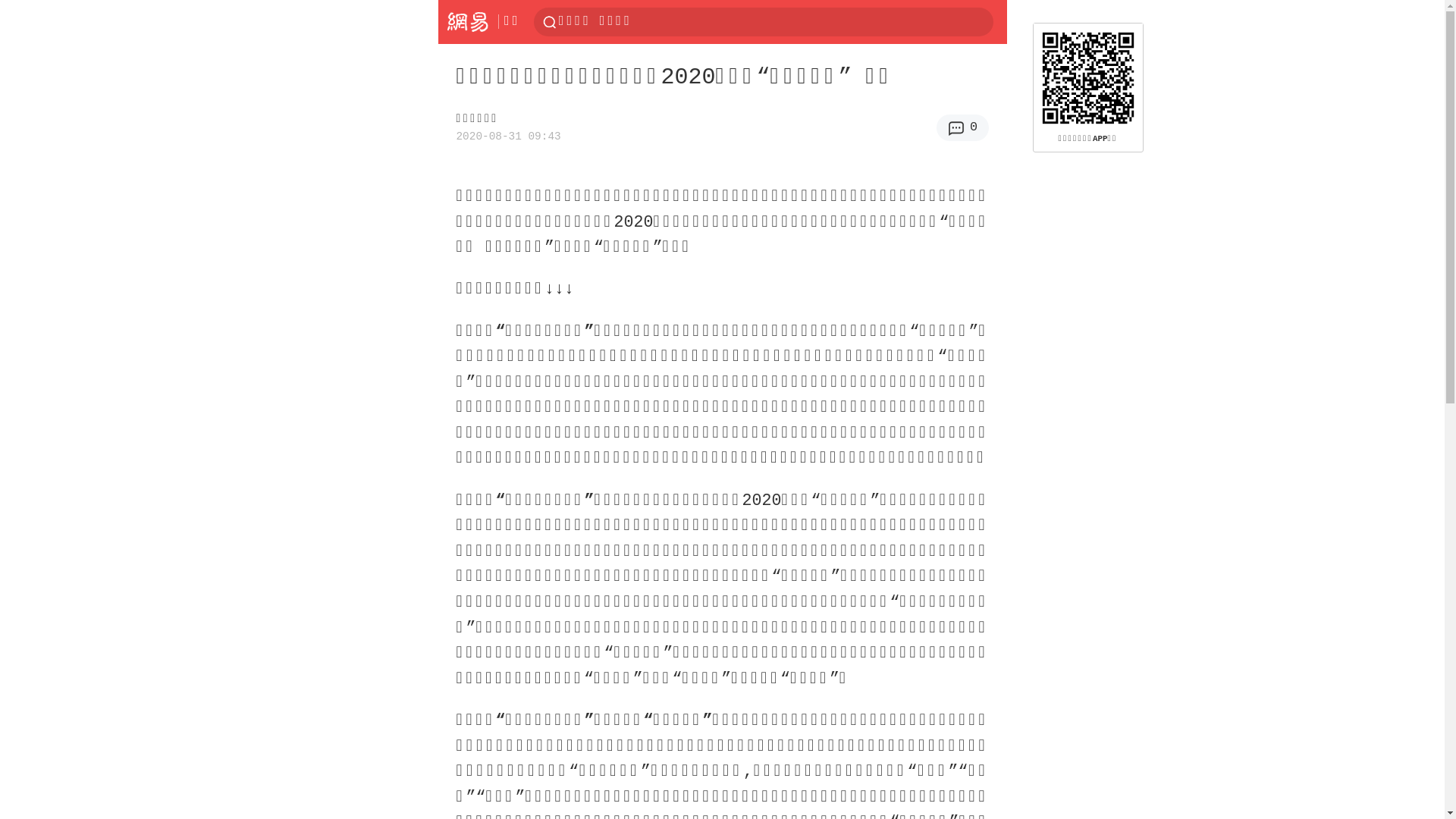  Describe the element at coordinates (935, 127) in the screenshot. I see `'0'` at that location.